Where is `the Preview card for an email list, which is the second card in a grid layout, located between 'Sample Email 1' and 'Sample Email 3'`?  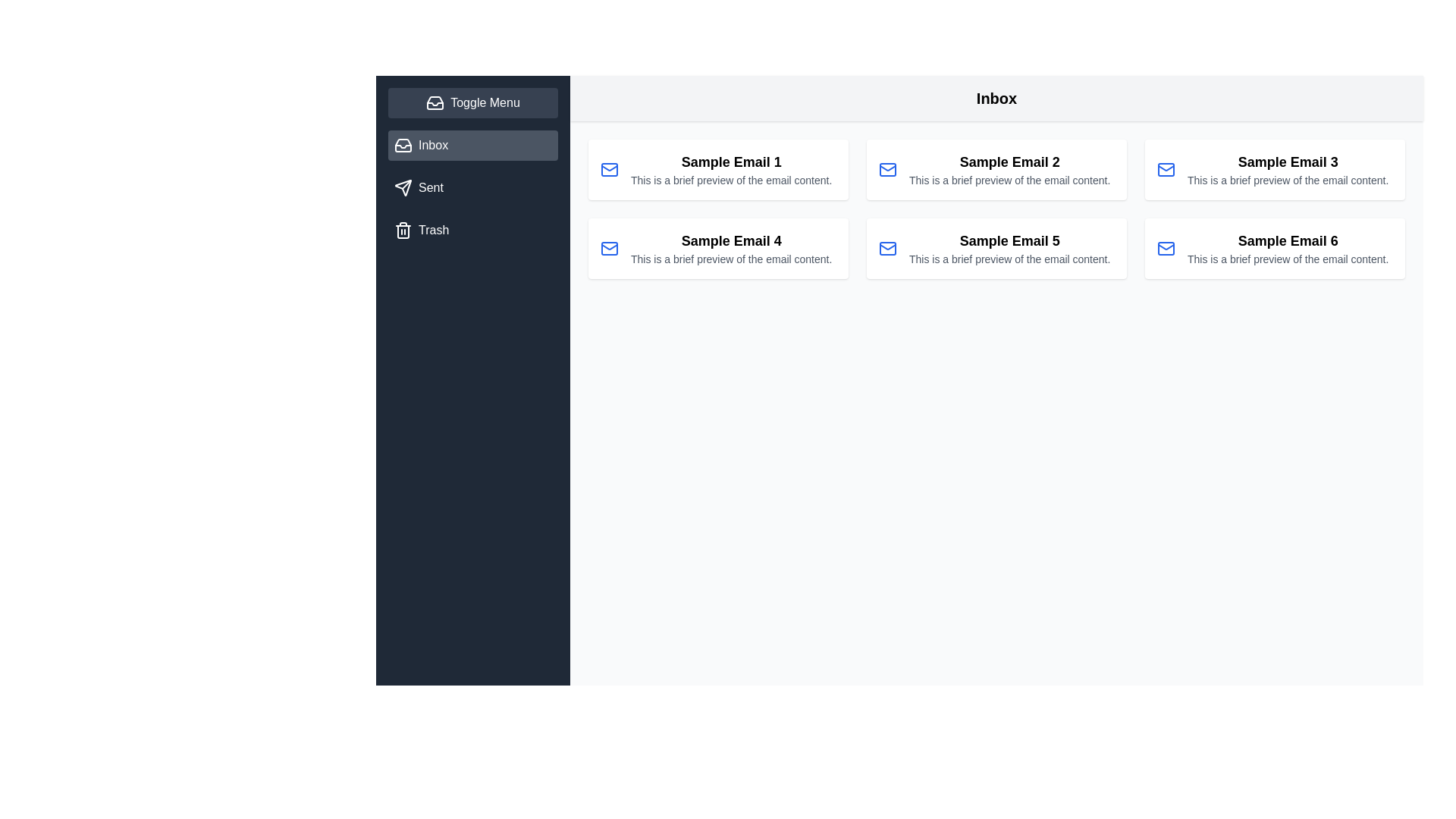 the Preview card for an email list, which is the second card in a grid layout, located between 'Sample Email 1' and 'Sample Email 3' is located at coordinates (996, 169).